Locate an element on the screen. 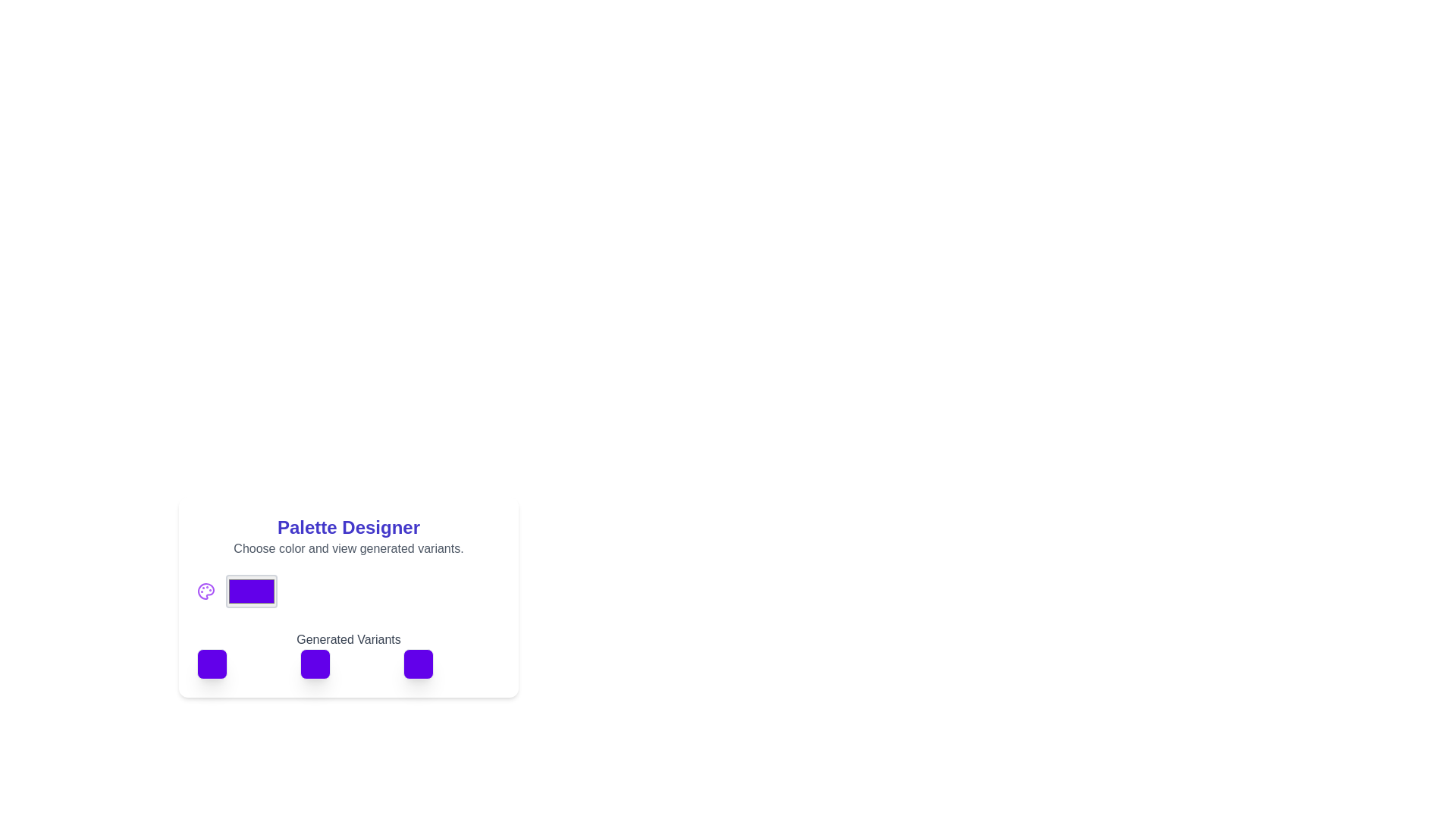 This screenshot has height=819, width=1456. the icon representing the palette or design tool located in the 'Palette Designer' area, positioned to the left of the color preview indicator is located at coordinates (206, 590).